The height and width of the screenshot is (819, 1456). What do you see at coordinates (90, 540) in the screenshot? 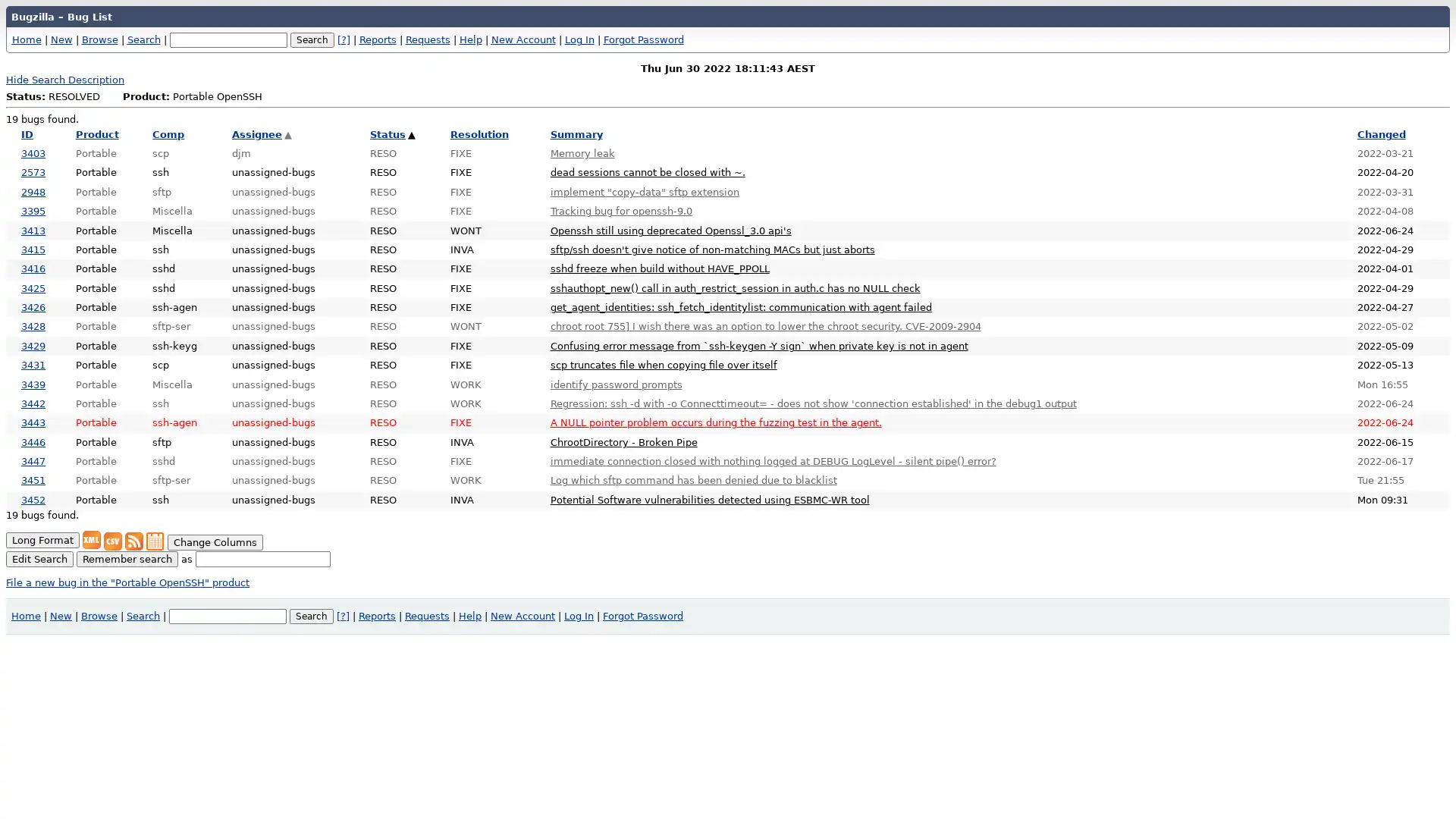
I see `XML` at bounding box center [90, 540].